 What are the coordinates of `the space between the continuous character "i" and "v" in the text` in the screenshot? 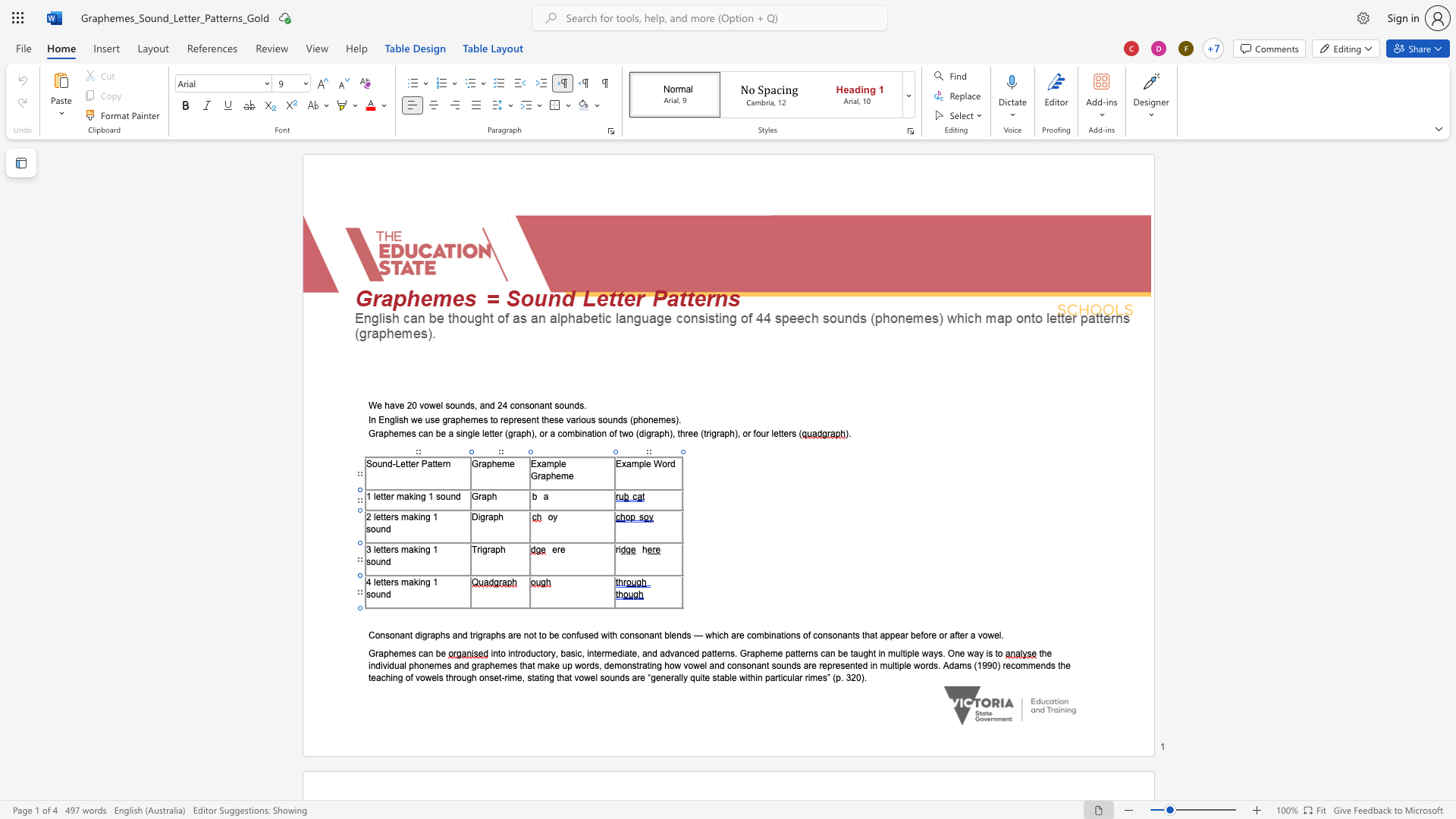 It's located at (383, 664).